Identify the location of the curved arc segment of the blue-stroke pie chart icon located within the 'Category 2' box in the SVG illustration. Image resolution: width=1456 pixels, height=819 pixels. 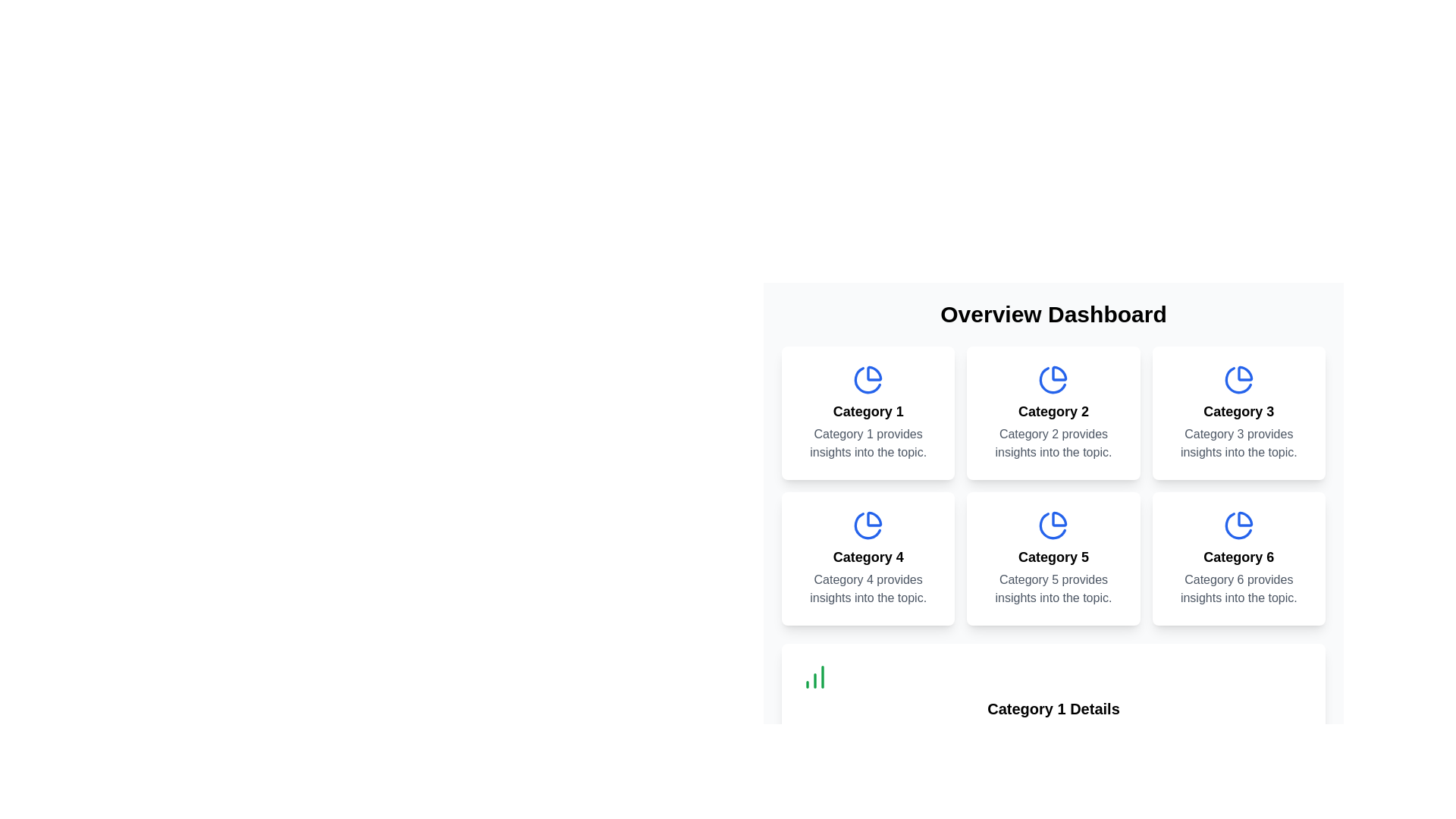
(1052, 379).